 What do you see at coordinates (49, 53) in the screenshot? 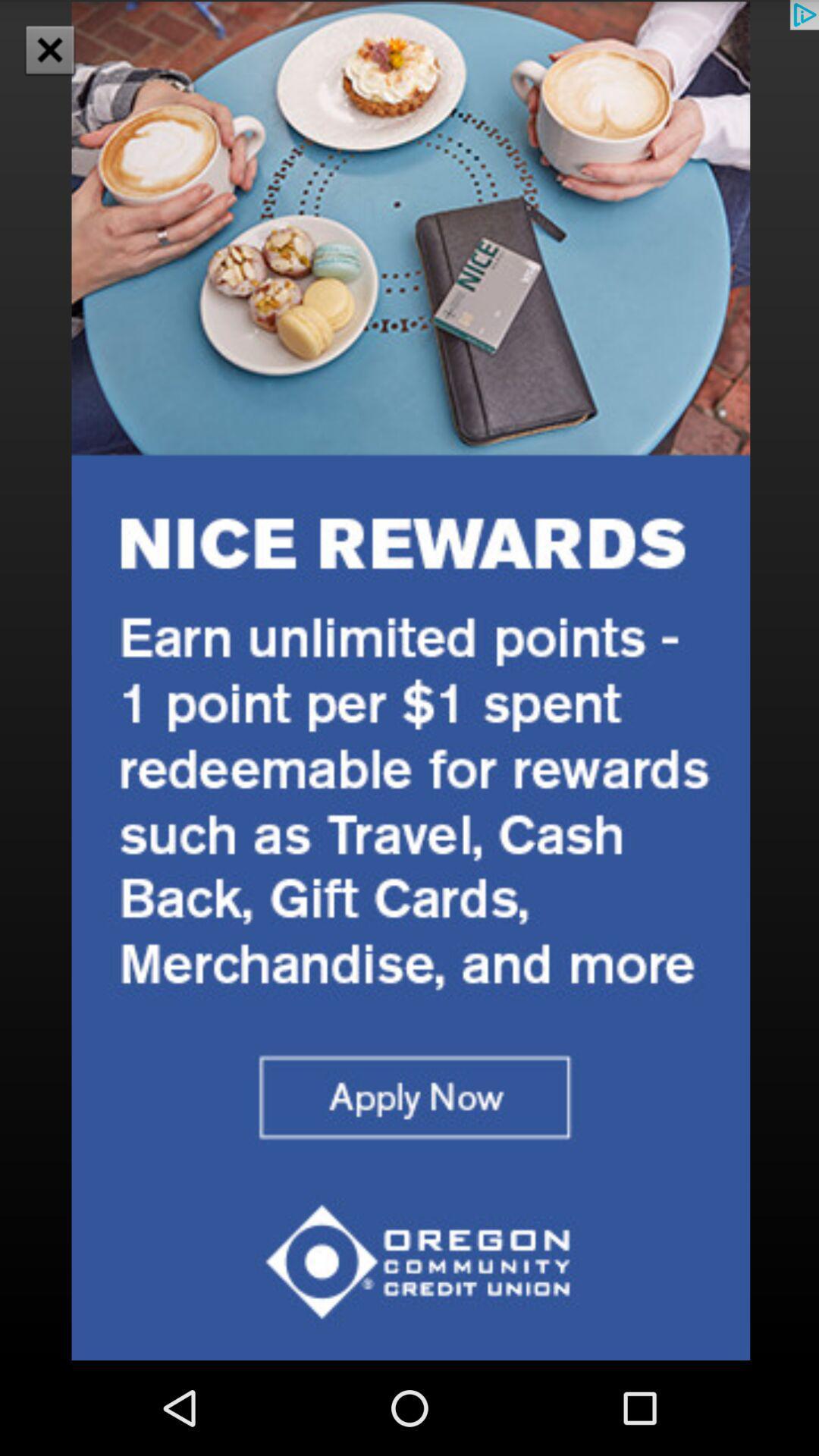
I see `the close icon` at bounding box center [49, 53].